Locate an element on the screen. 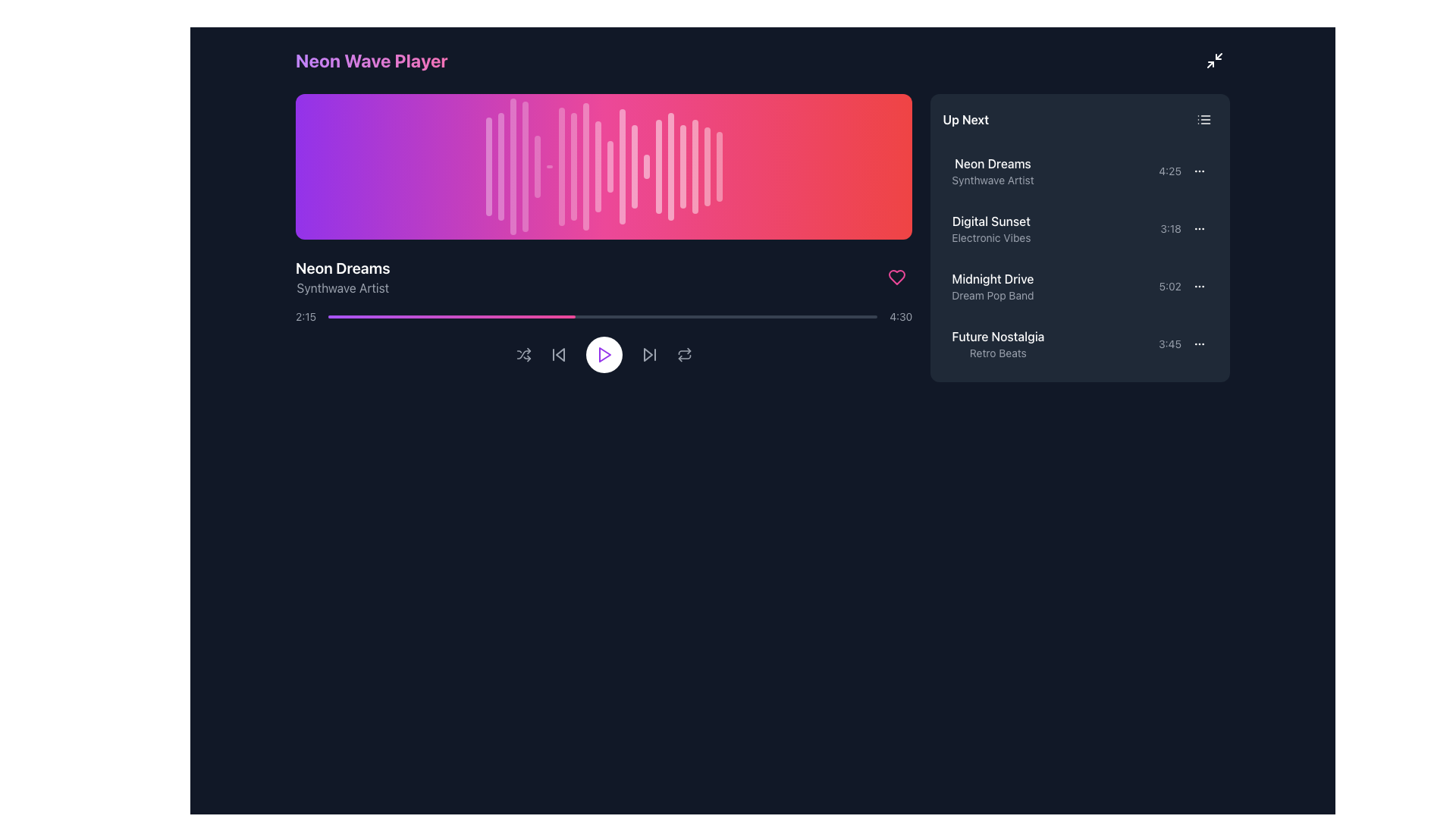 Image resolution: width=1456 pixels, height=819 pixels. the text label displaying '2:15' in a small, light gray font, located on the left side of the progress bar in the media player interface is located at coordinates (305, 315).